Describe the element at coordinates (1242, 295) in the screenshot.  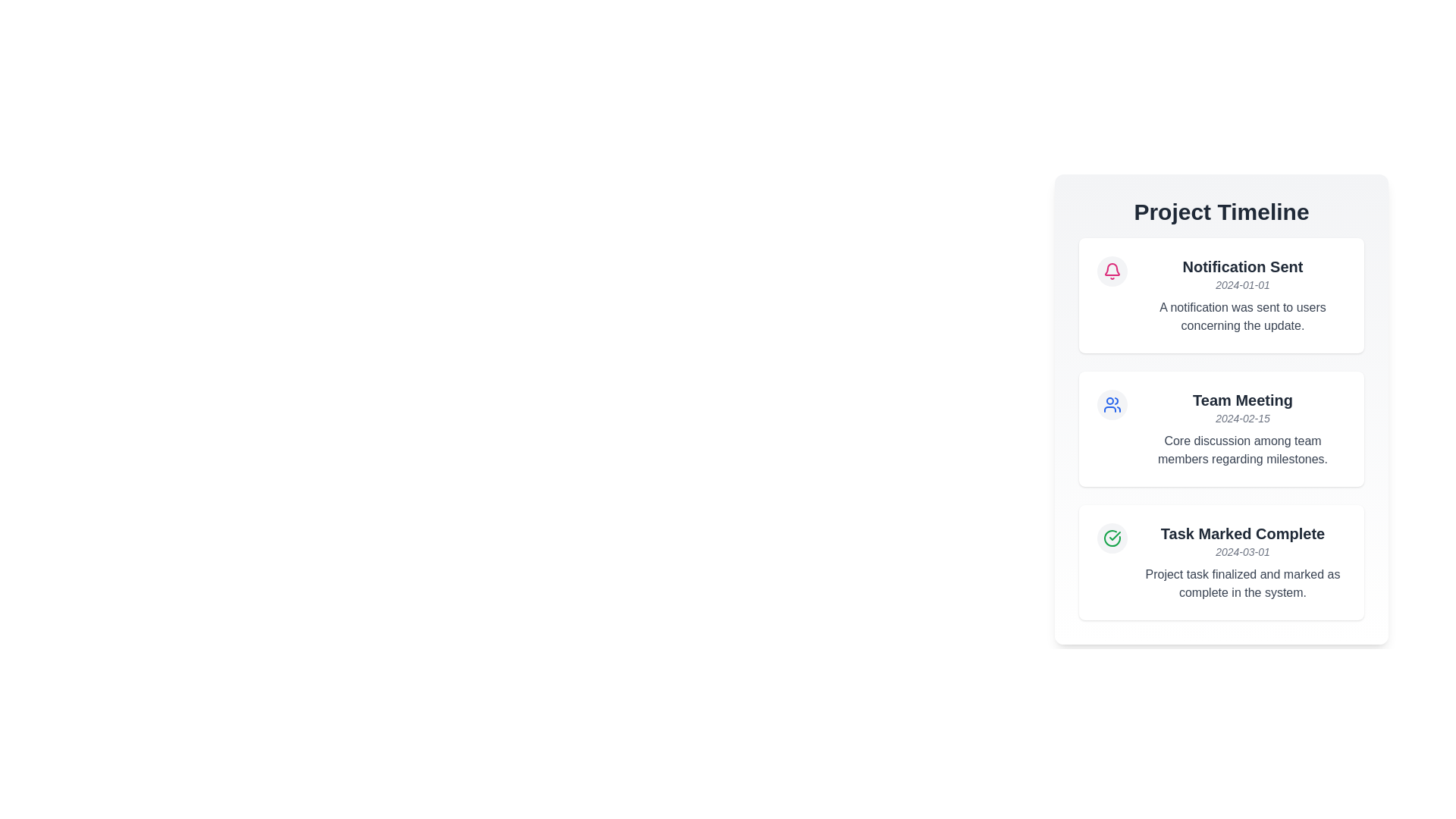
I see `content displayed in the first item of the vertically arranged notification list, which is located below the 'Project Timeline' title` at that location.